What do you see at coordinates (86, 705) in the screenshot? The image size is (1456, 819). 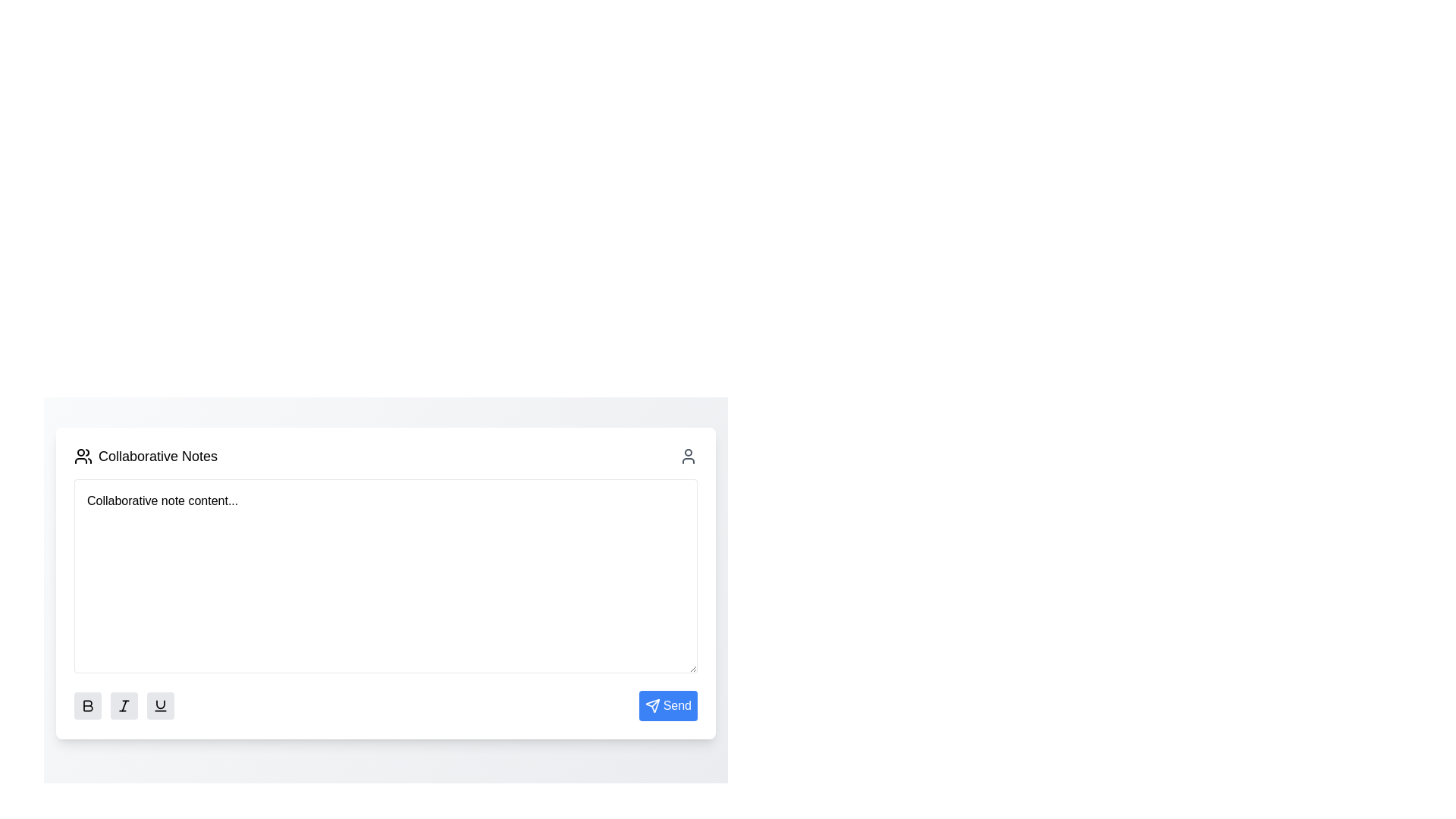 I see `the bold-style icon represented by a stylized 'B' within a rounded square shape located in the 'Collaborative Notes' section` at bounding box center [86, 705].